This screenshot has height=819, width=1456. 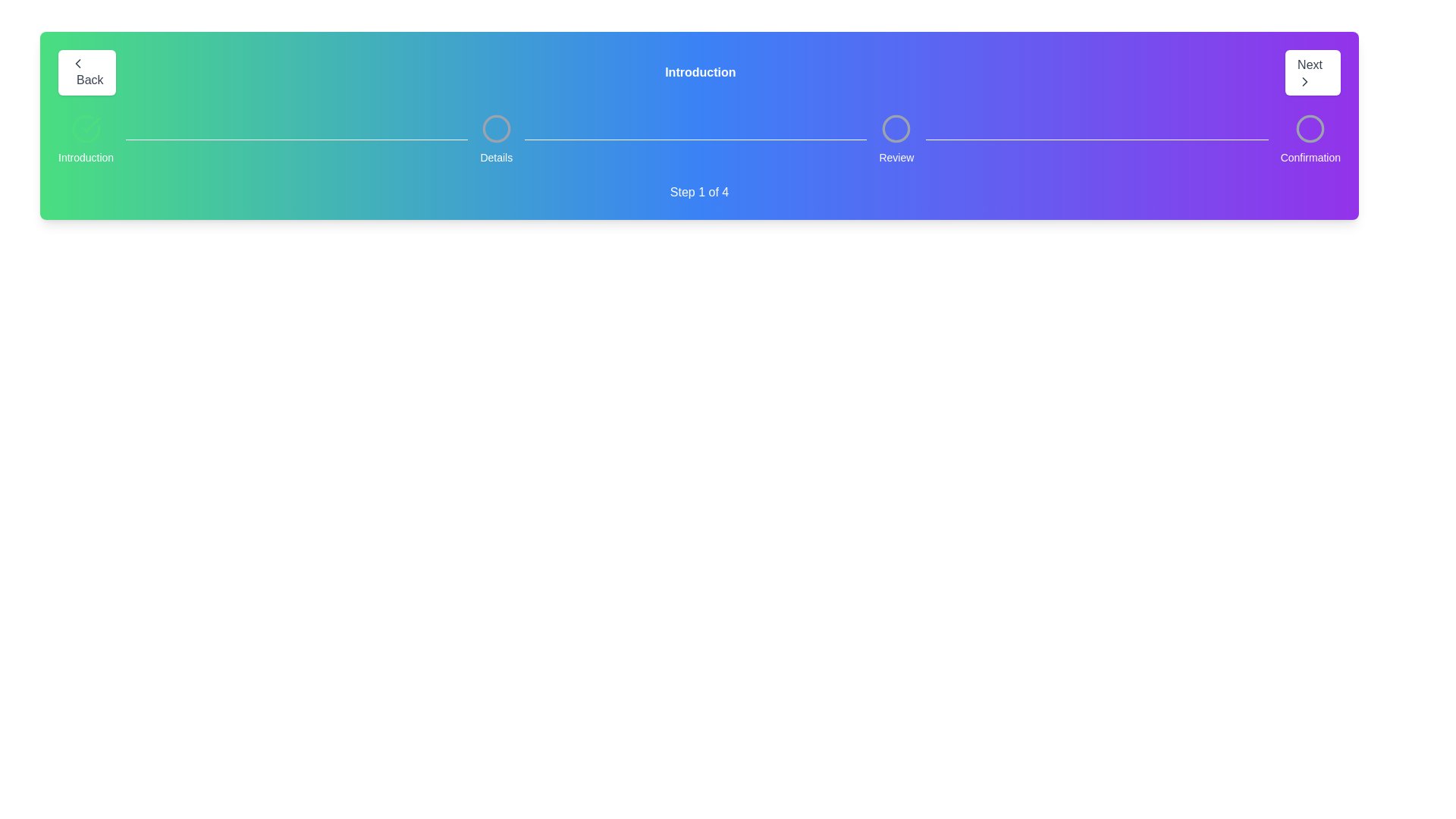 What do you see at coordinates (85, 158) in the screenshot?
I see `the static text label that serves as a descriptive title for the Introduction step in the multi-step process, located below the green check icon in the progress bar interface` at bounding box center [85, 158].